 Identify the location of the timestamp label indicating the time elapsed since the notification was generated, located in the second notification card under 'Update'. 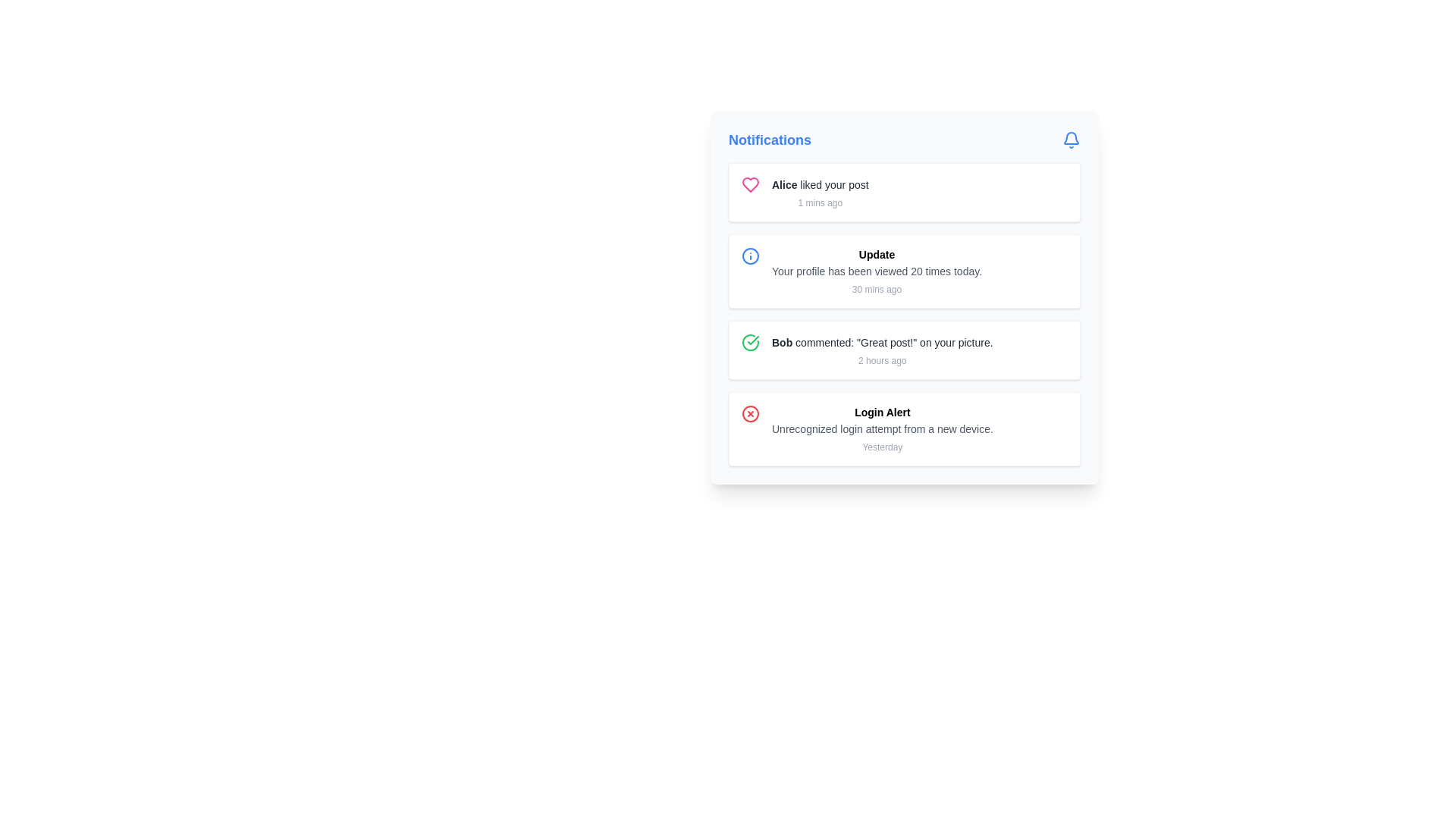
(877, 289).